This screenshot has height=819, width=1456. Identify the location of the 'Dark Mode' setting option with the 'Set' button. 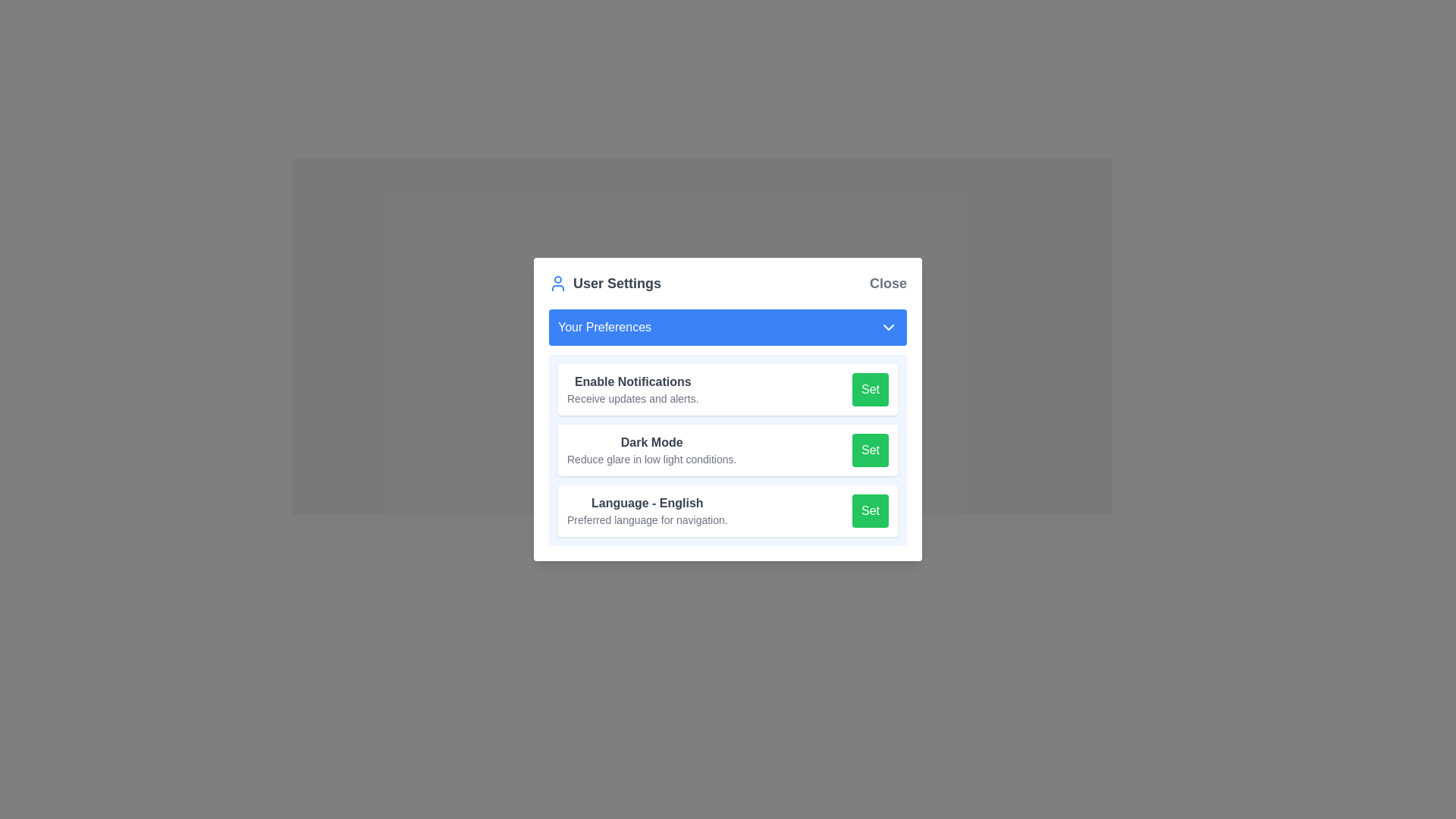
(728, 450).